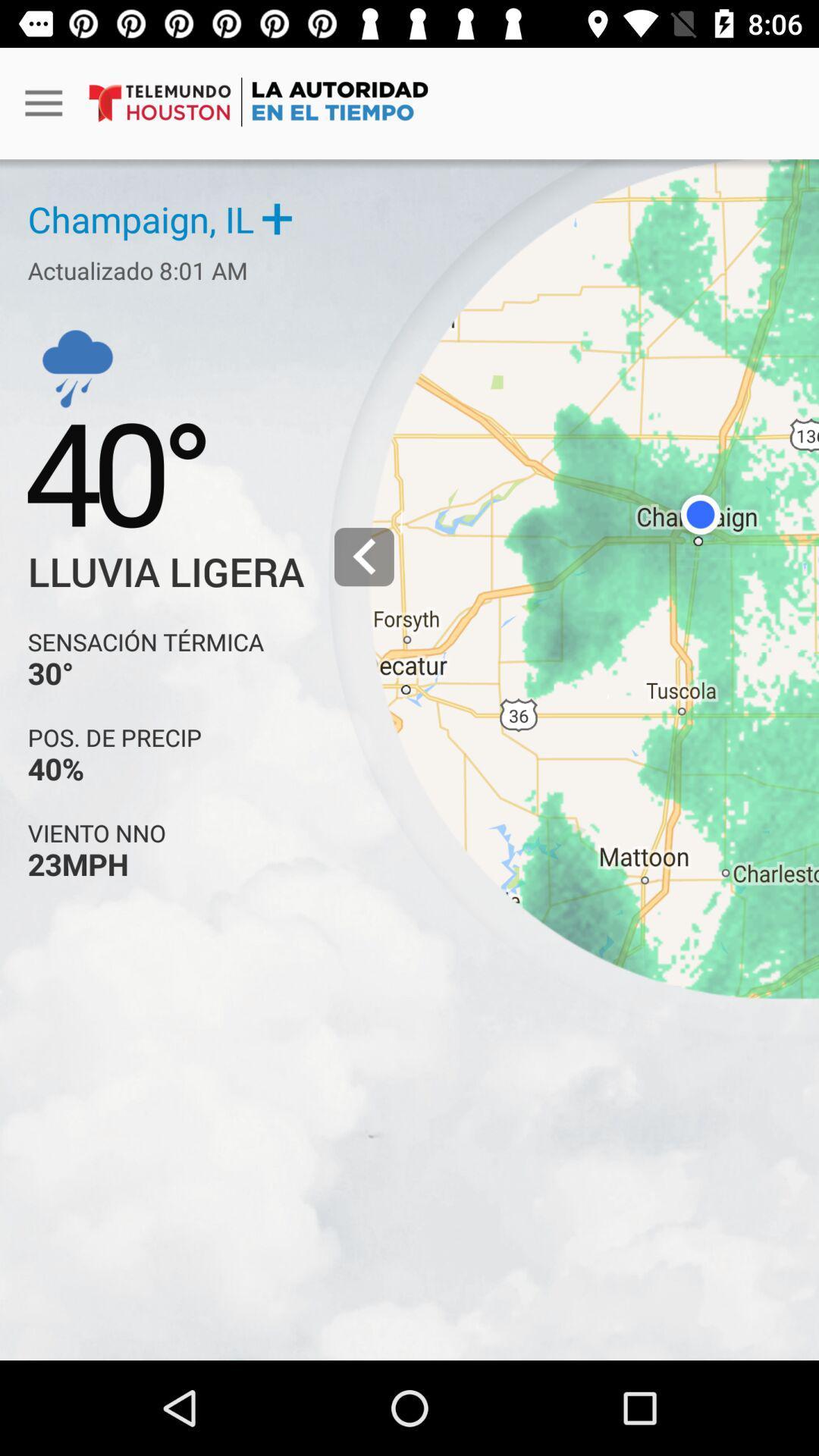 The image size is (819, 1456). What do you see at coordinates (364, 556) in the screenshot?
I see `the left arrow icon right to lluvia ligera` at bounding box center [364, 556].